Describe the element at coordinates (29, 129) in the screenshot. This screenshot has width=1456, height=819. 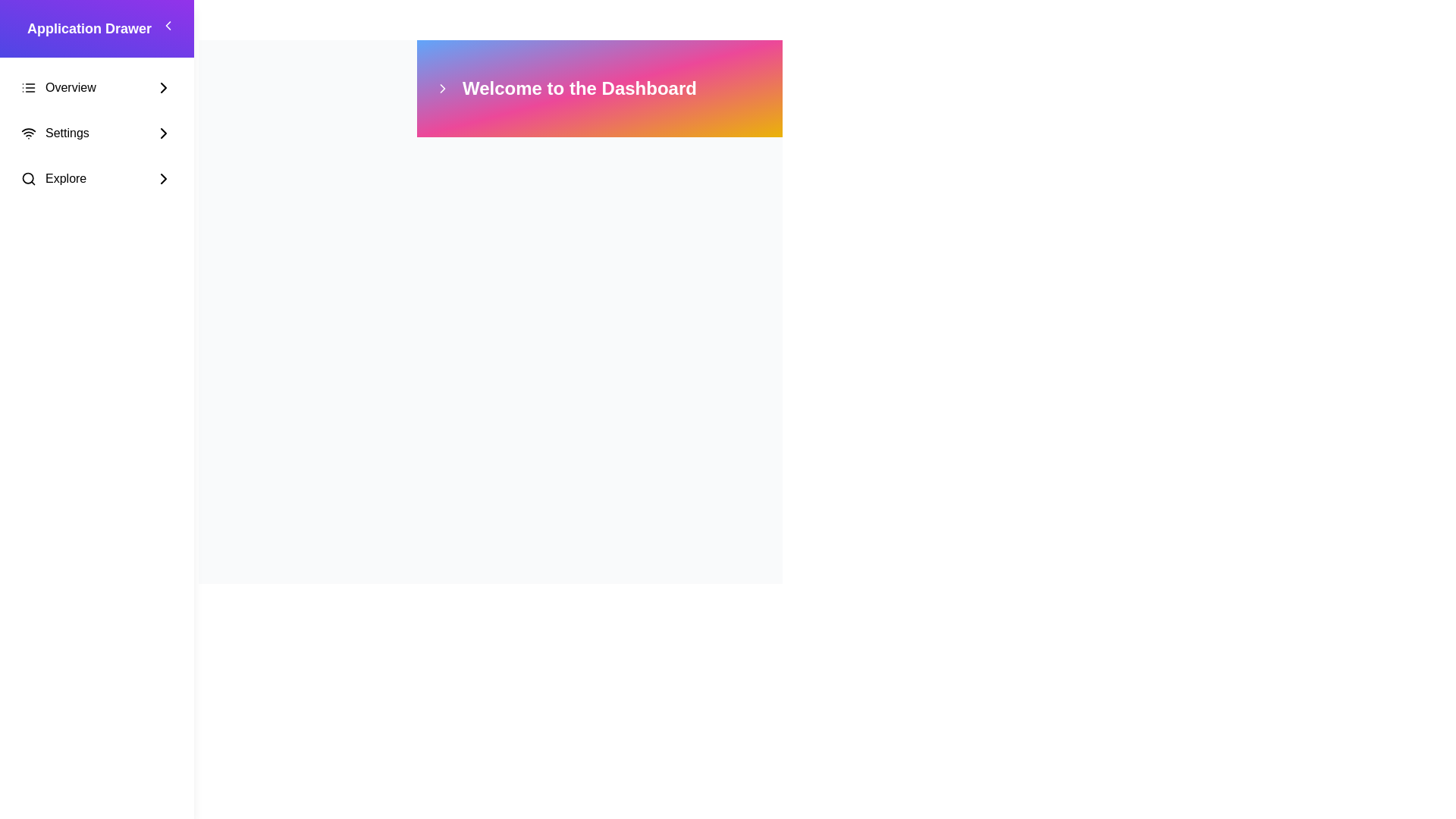
I see `the Wi-Fi icon representing network settings, located next to the text 'Settings' in the sidebar menu` at that location.